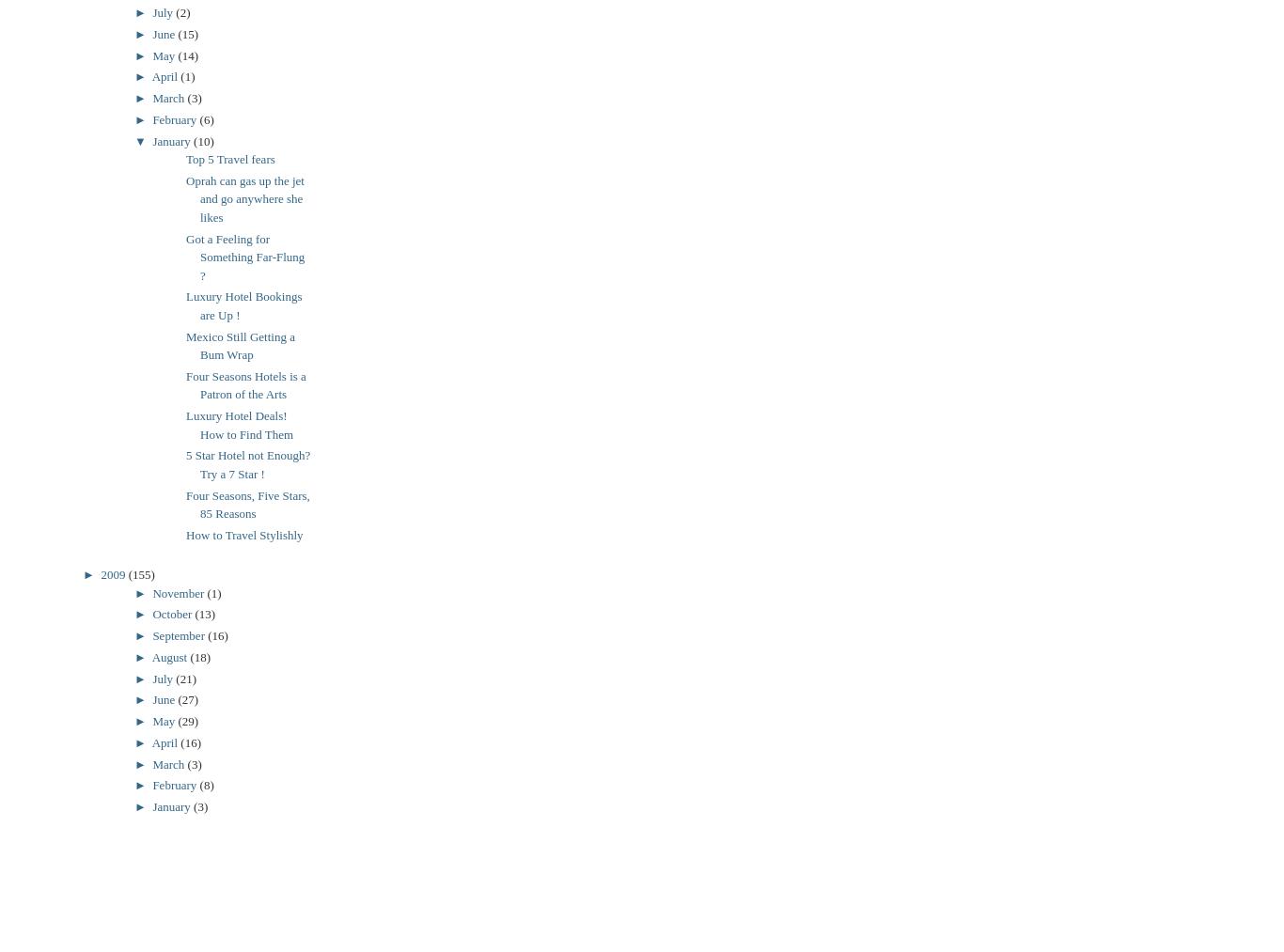 Image resolution: width=1284 pixels, height=952 pixels. Describe the element at coordinates (172, 613) in the screenshot. I see `'October'` at that location.